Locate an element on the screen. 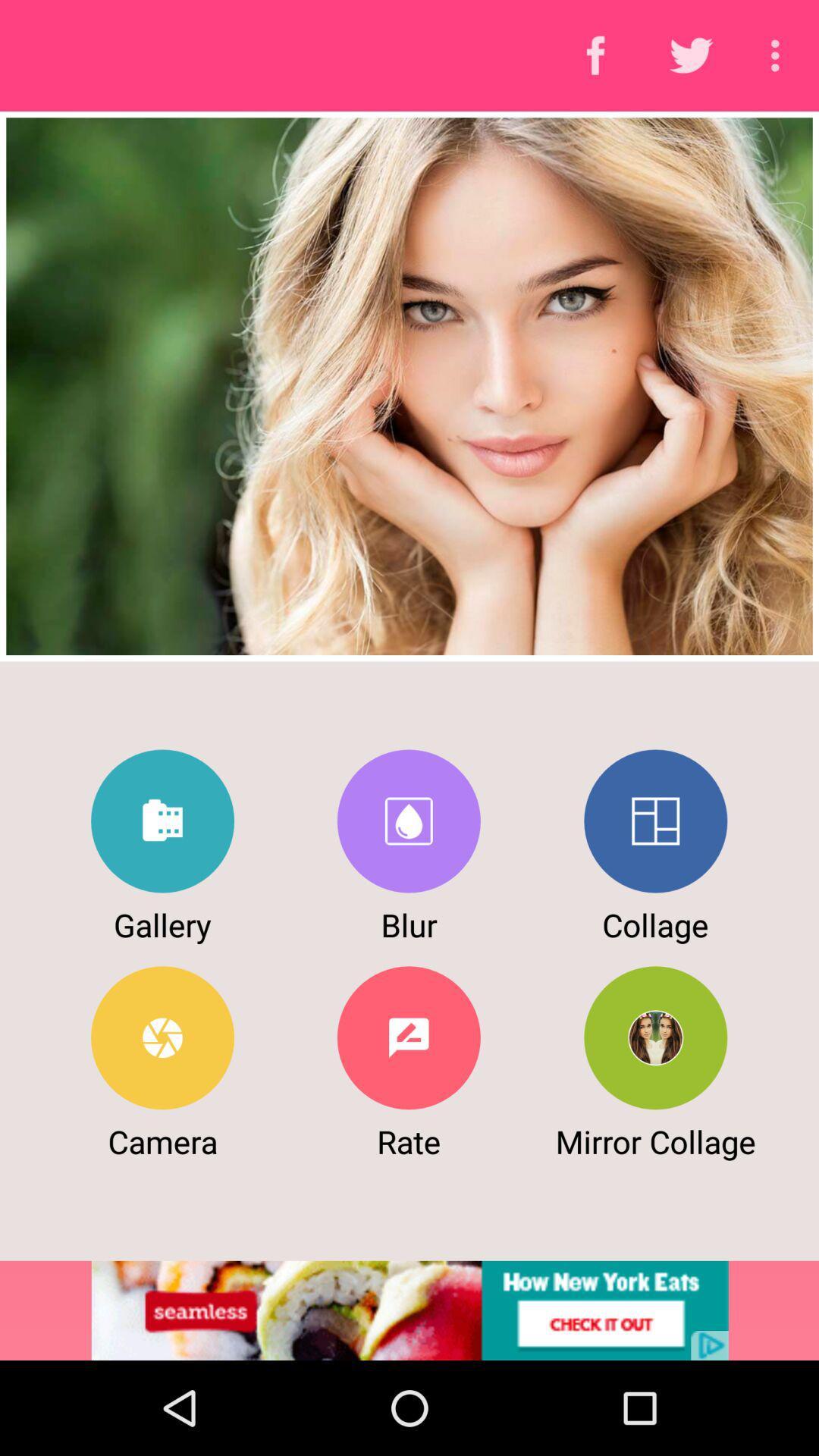 The height and width of the screenshot is (1456, 819). the dashboard icon is located at coordinates (654, 821).